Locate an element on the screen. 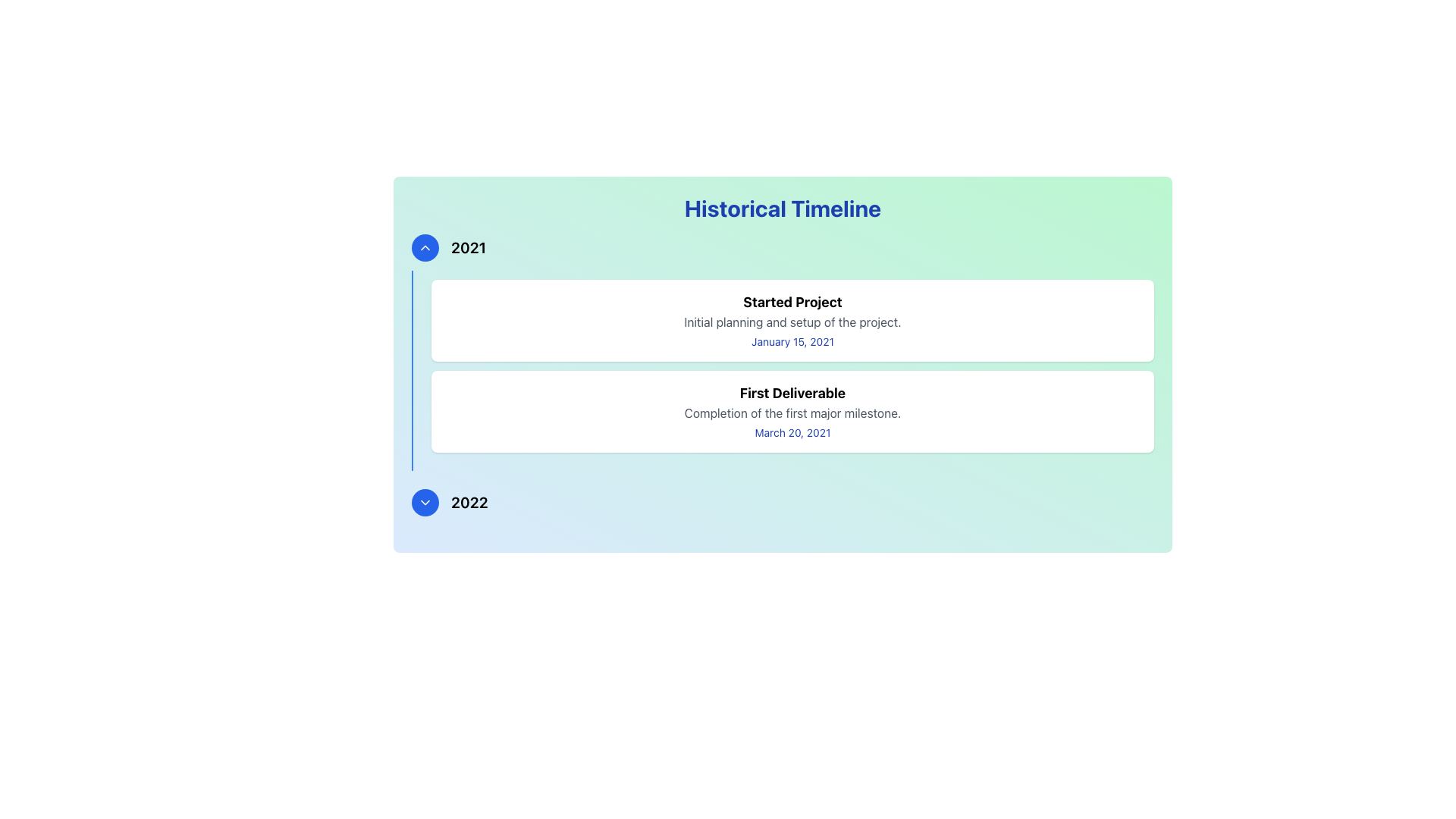 The width and height of the screenshot is (1456, 819). the text label displaying '2021' which is bold and larger, located next to a blue upward-facing chevron icon on a light green background is located at coordinates (468, 247).